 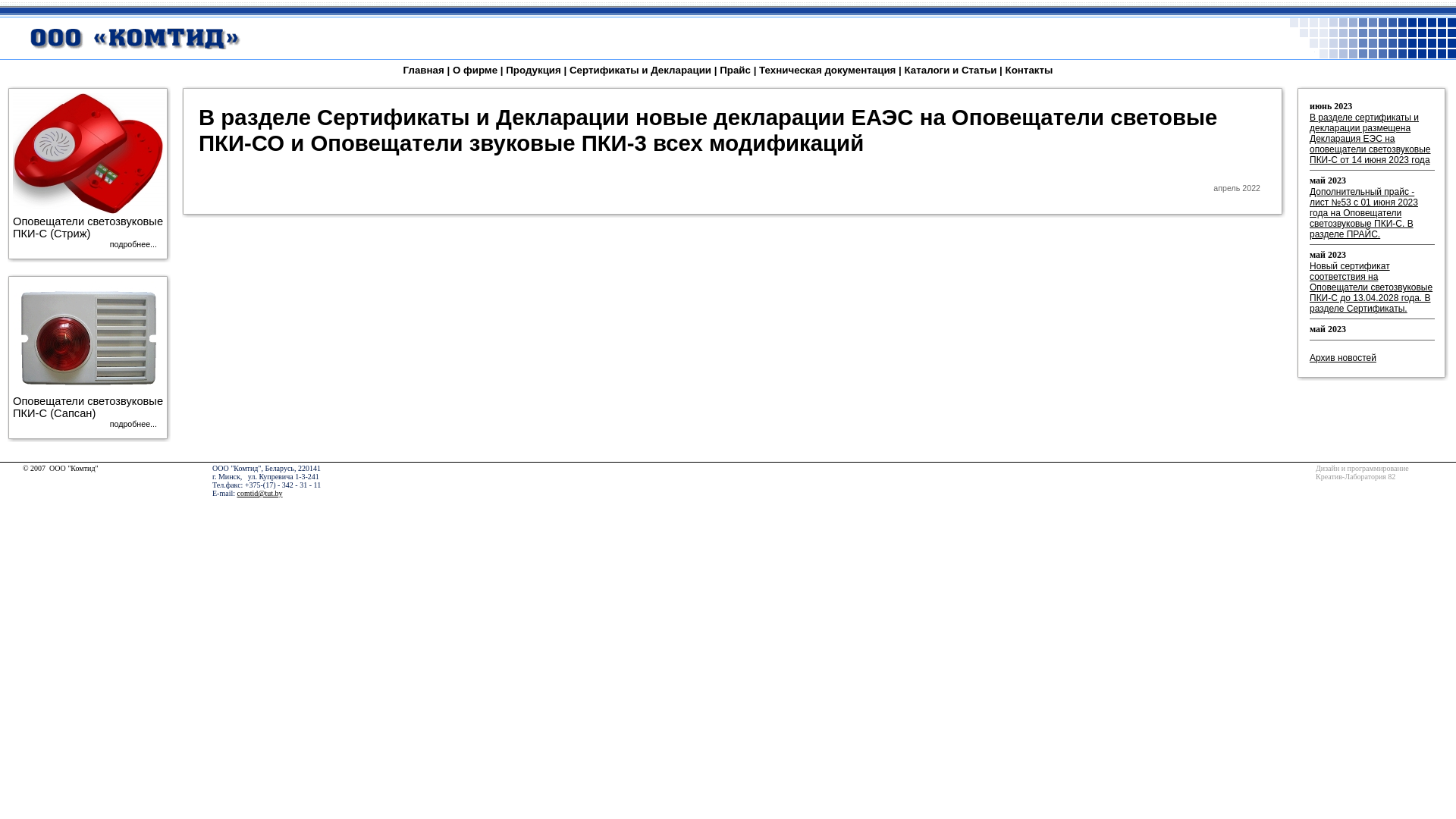 What do you see at coordinates (259, 493) in the screenshot?
I see `'comtid@tut.by'` at bounding box center [259, 493].